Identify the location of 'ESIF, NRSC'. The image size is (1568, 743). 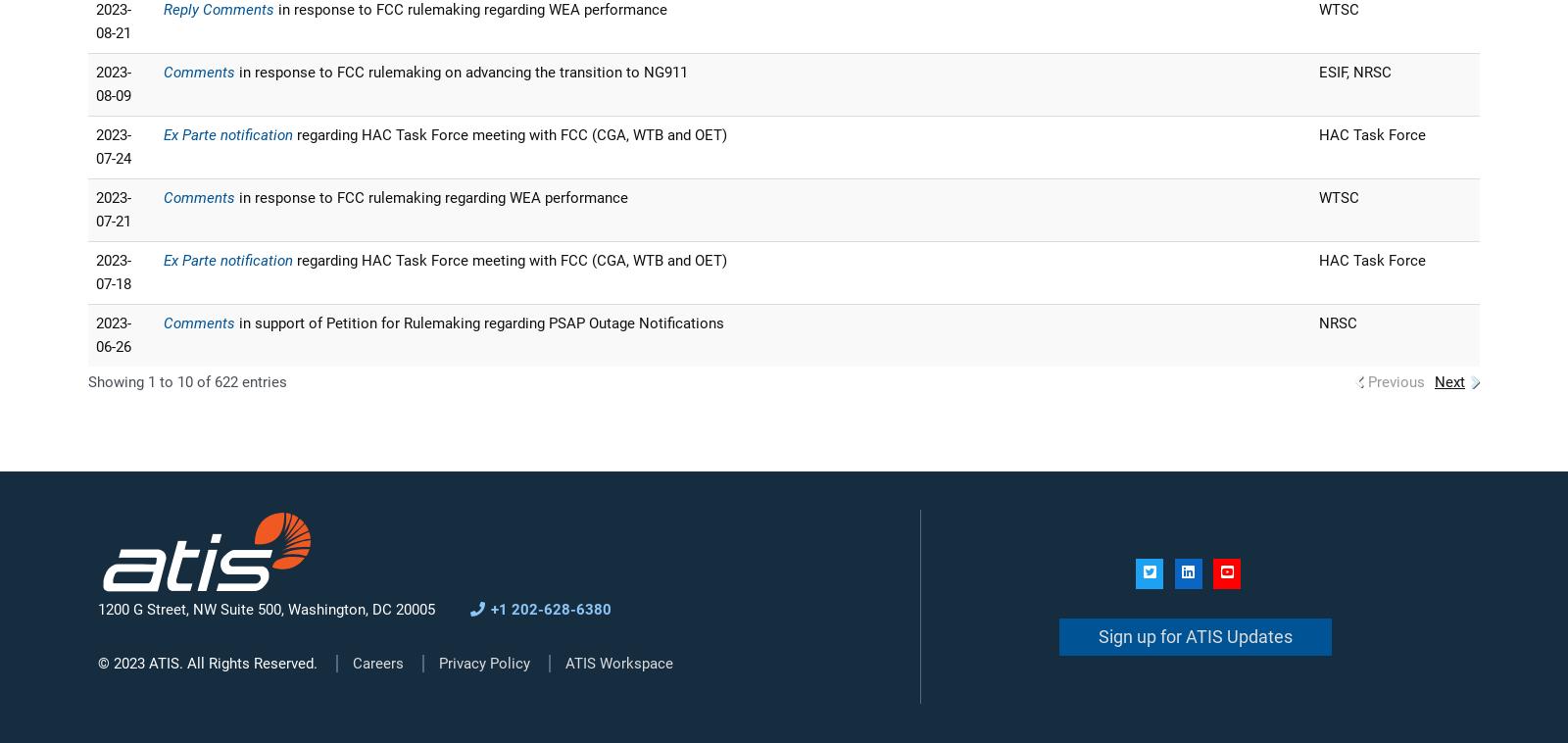
(1318, 71).